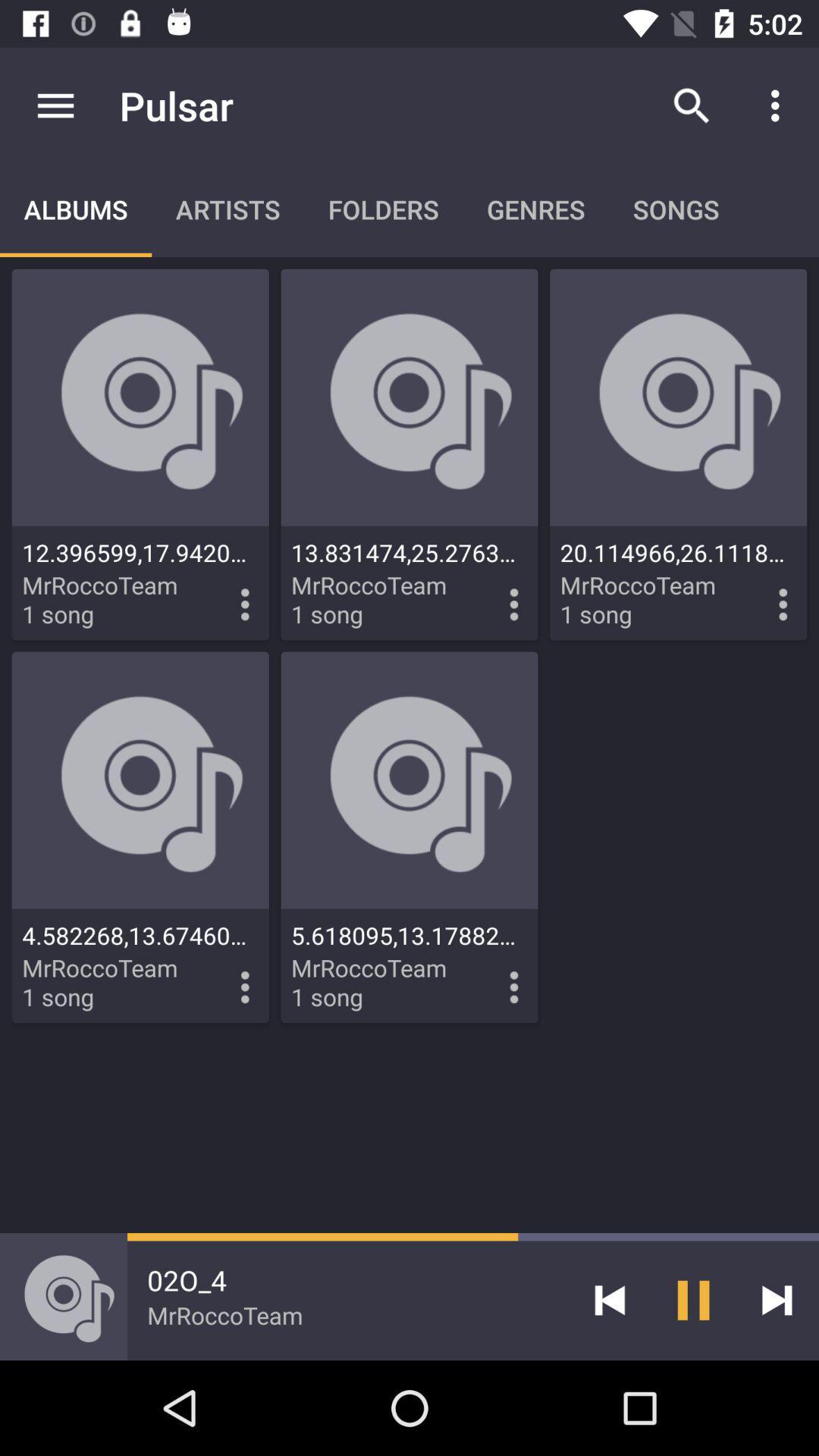 This screenshot has height=1456, width=819. What do you see at coordinates (693, 1299) in the screenshot?
I see `the pause icon` at bounding box center [693, 1299].